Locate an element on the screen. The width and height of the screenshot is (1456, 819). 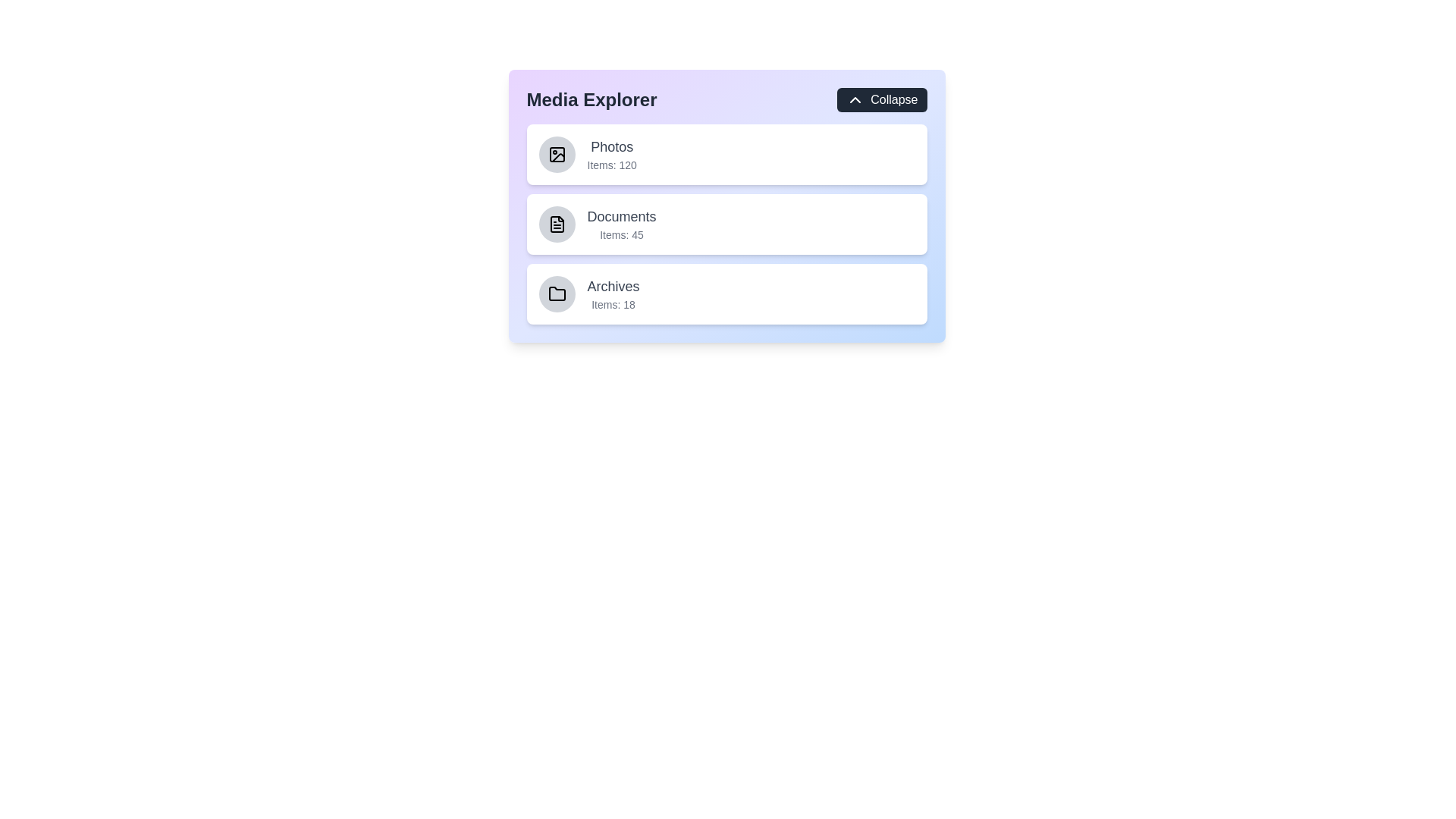
the 'Collapse' button to toggle the expansion state of the component is located at coordinates (881, 99).